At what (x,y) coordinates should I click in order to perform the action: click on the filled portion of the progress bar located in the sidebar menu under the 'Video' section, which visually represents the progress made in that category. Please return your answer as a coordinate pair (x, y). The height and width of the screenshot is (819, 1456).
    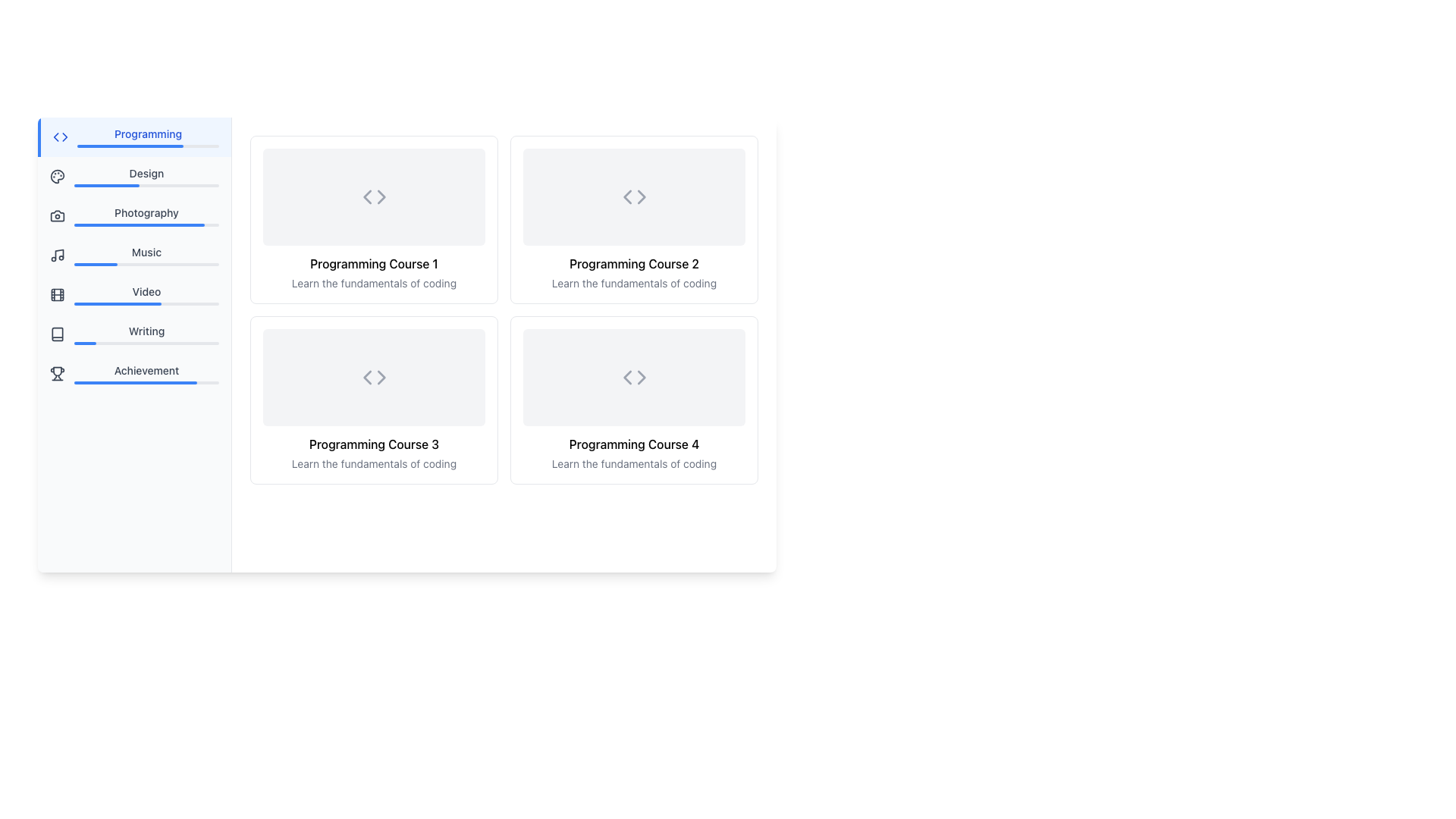
    Looking at the image, I should click on (117, 304).